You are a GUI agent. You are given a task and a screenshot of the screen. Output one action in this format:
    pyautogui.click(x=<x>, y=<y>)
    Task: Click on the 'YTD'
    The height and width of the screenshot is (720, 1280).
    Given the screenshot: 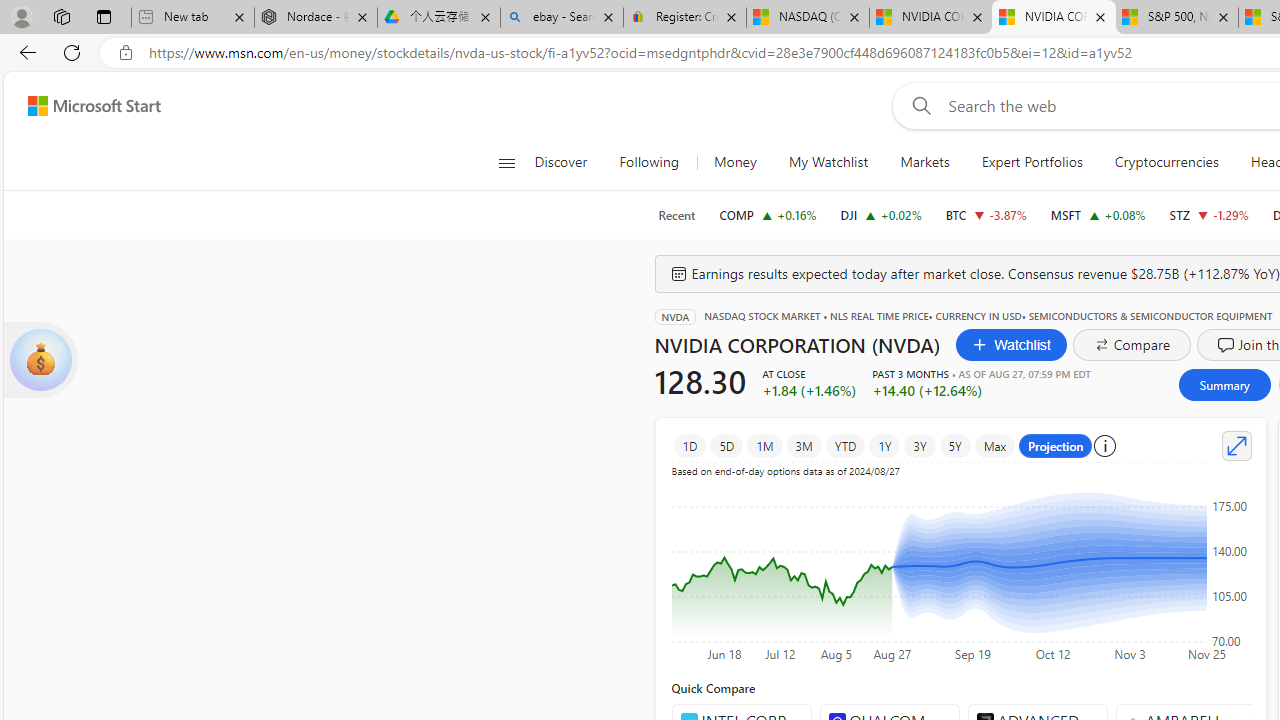 What is the action you would take?
    pyautogui.click(x=846, y=445)
    